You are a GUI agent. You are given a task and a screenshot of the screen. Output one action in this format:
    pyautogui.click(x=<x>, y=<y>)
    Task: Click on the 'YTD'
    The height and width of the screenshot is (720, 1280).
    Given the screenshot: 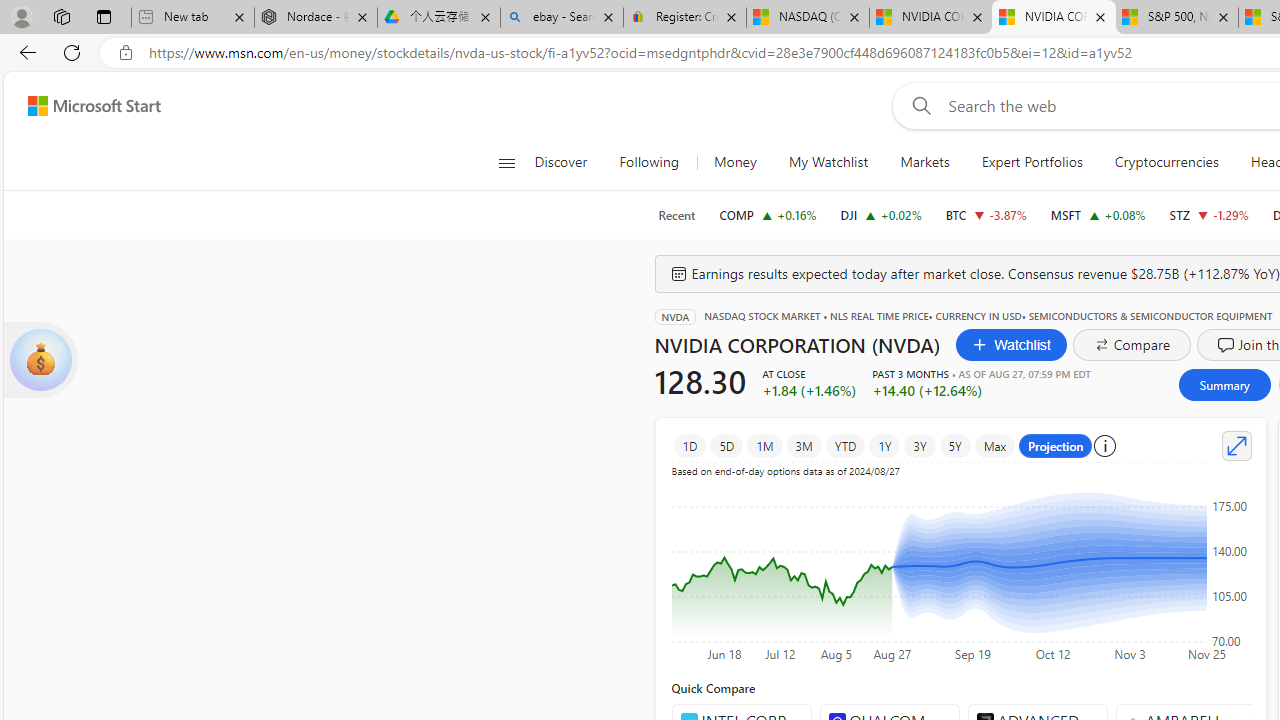 What is the action you would take?
    pyautogui.click(x=846, y=445)
    